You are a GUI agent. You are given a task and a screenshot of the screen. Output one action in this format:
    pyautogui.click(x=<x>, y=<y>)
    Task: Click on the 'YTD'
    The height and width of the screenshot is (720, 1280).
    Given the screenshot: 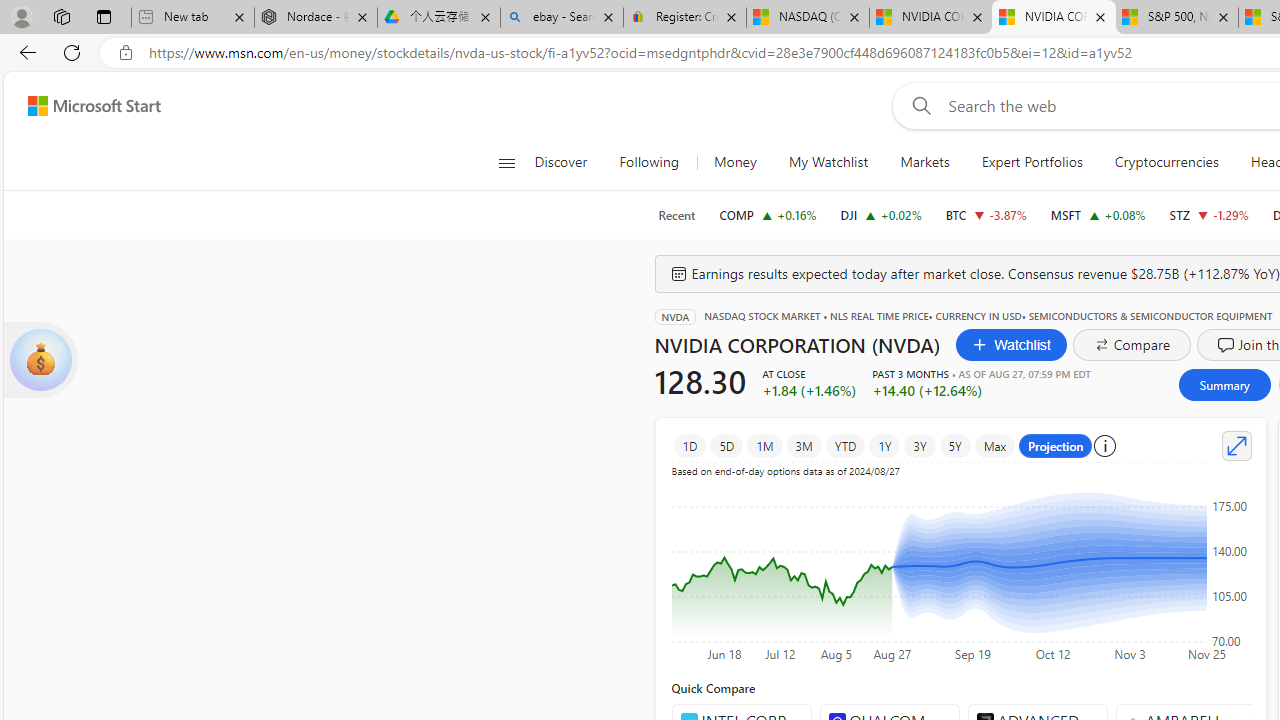 What is the action you would take?
    pyautogui.click(x=846, y=445)
    